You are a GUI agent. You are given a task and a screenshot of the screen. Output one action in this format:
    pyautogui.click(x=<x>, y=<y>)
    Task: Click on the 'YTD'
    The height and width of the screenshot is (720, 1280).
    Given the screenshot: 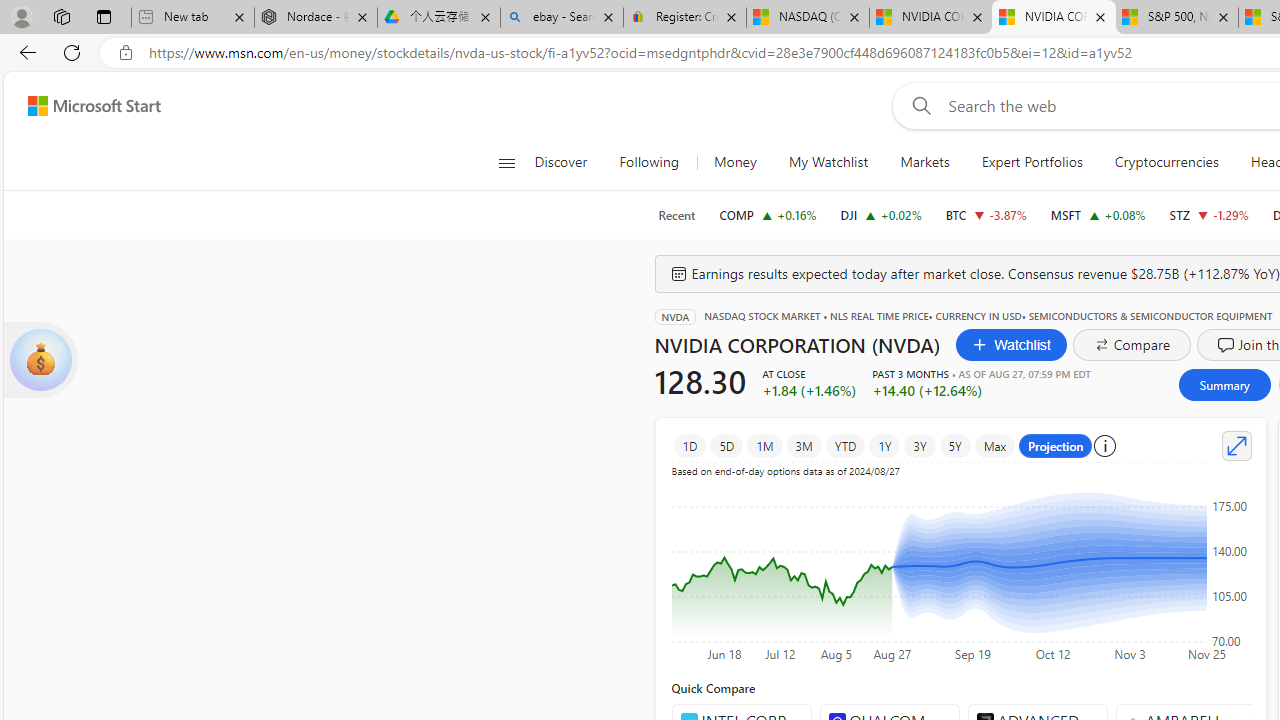 What is the action you would take?
    pyautogui.click(x=846, y=445)
    